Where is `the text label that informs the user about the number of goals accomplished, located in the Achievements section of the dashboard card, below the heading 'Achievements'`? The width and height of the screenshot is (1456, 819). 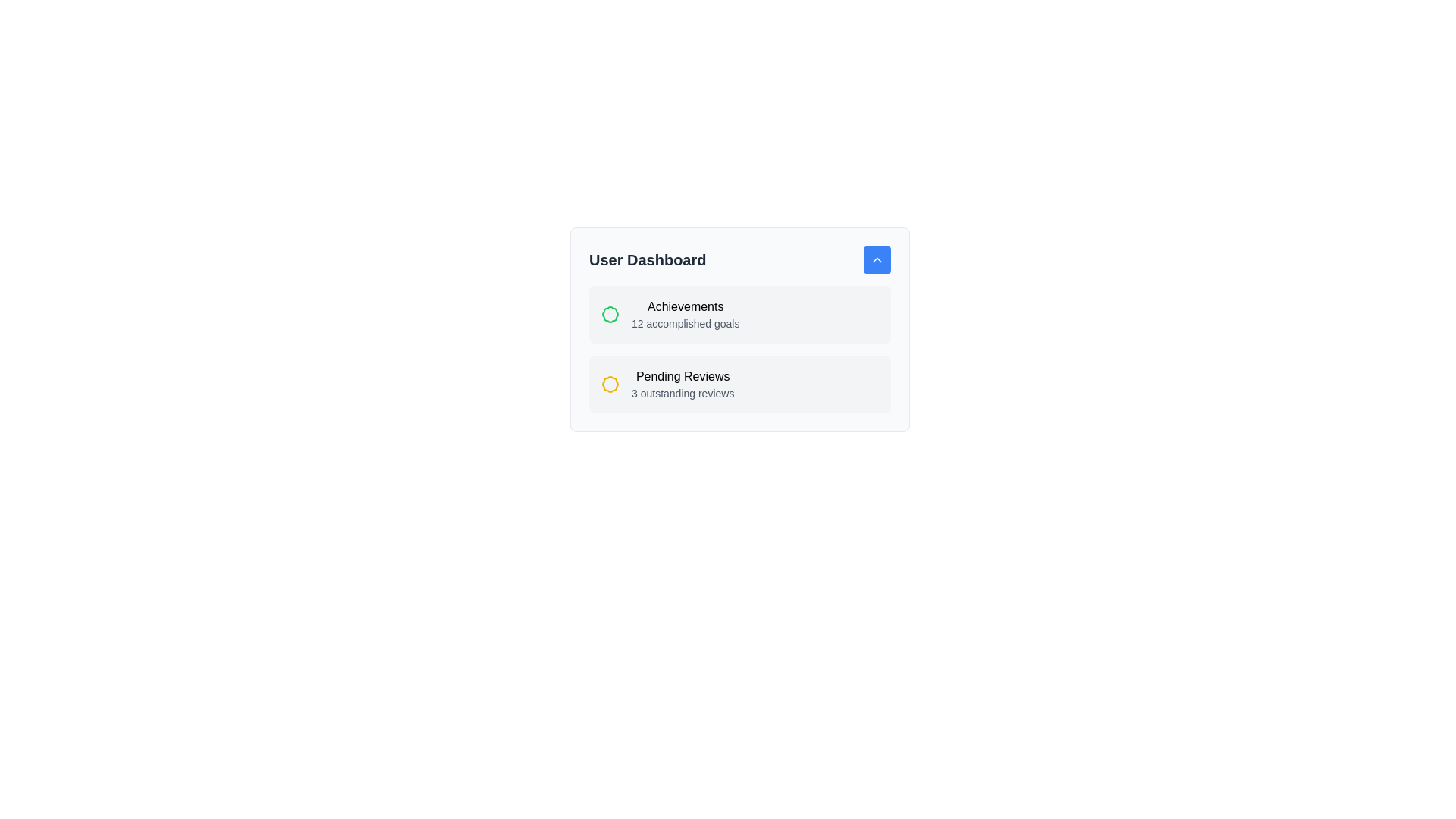
the text label that informs the user about the number of goals accomplished, located in the Achievements section of the dashboard card, below the heading 'Achievements' is located at coordinates (685, 323).